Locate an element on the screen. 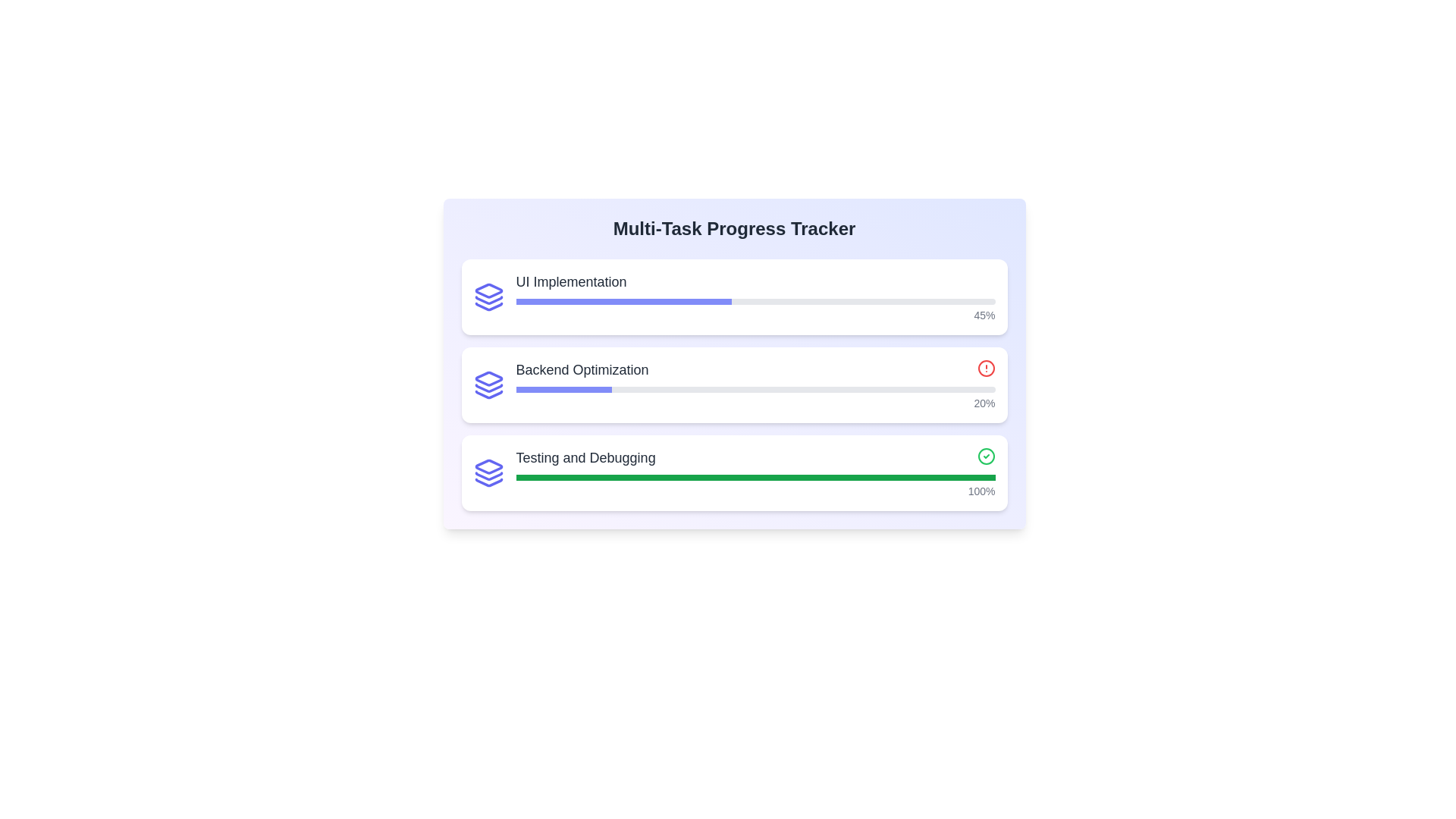  the indigo SVG icon representing three stacked layers, which is located to the left of the 'UI Implementation' text in the top card of the progress cards is located at coordinates (488, 297).